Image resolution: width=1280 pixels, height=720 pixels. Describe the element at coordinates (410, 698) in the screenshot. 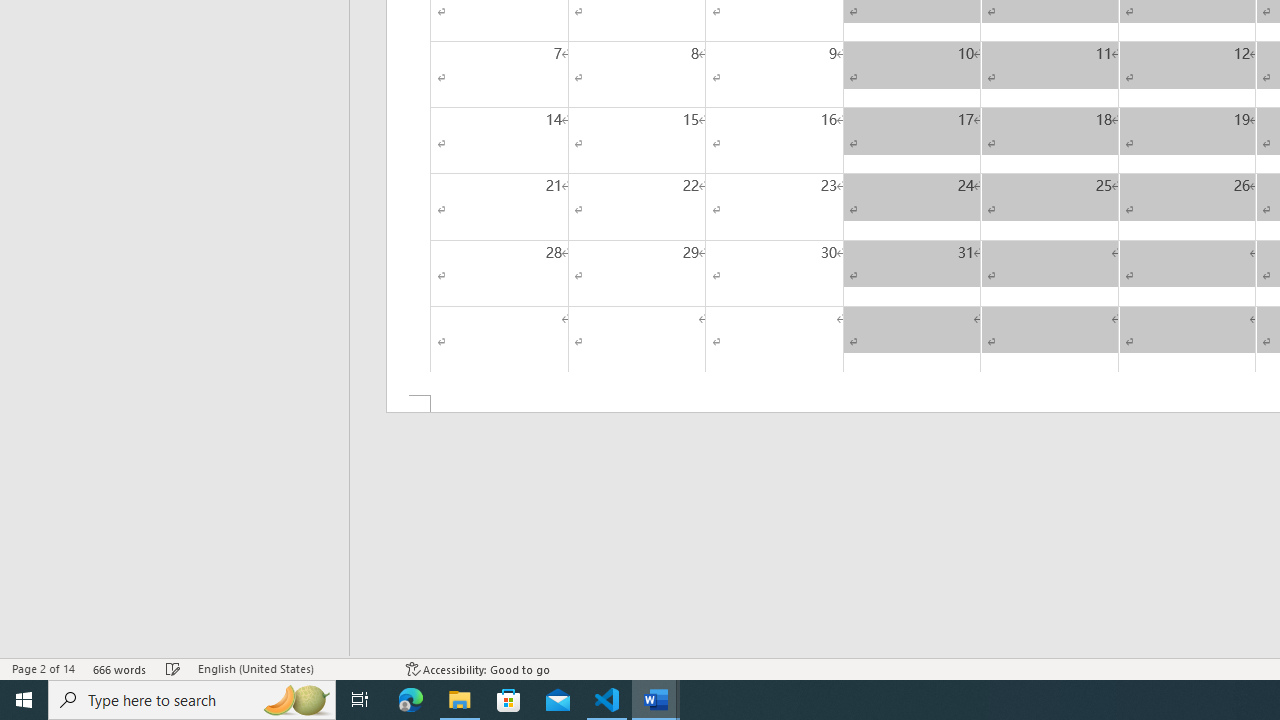

I see `'Microsoft Edge'` at that location.